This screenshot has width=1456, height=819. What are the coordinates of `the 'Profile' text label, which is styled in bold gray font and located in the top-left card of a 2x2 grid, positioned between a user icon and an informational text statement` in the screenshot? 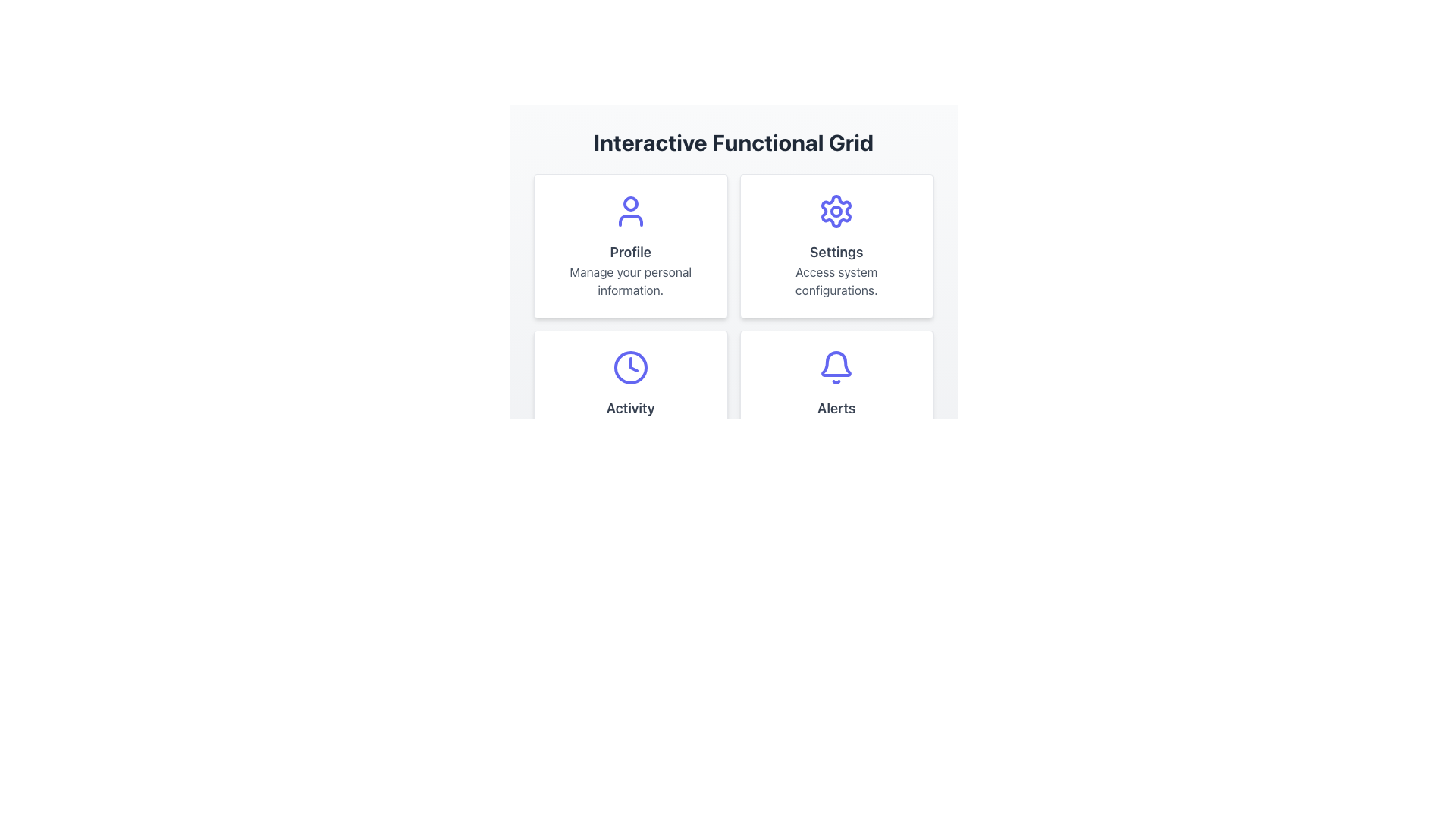 It's located at (630, 251).